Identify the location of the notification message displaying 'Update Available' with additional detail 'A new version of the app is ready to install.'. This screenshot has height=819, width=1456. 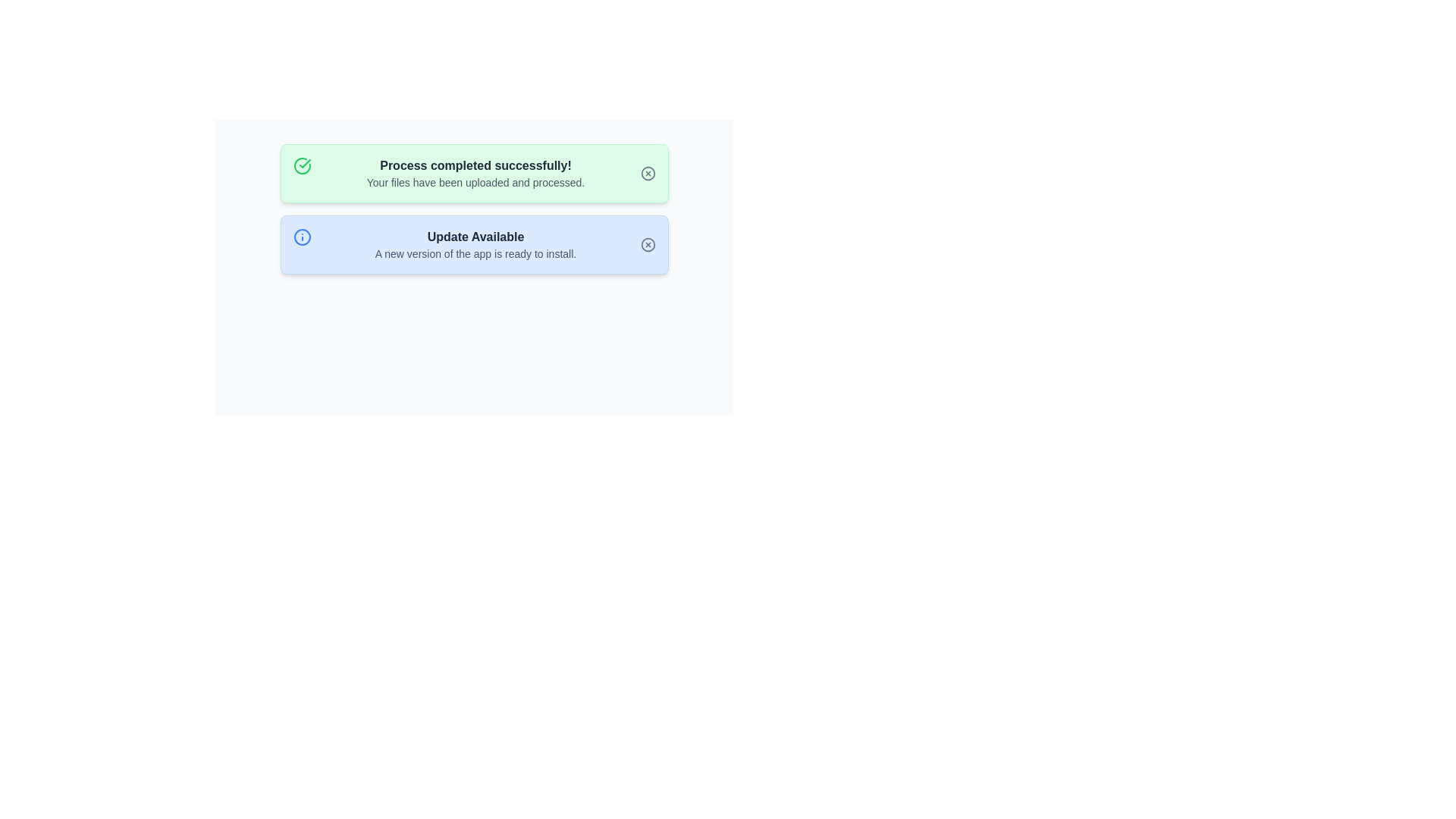
(475, 244).